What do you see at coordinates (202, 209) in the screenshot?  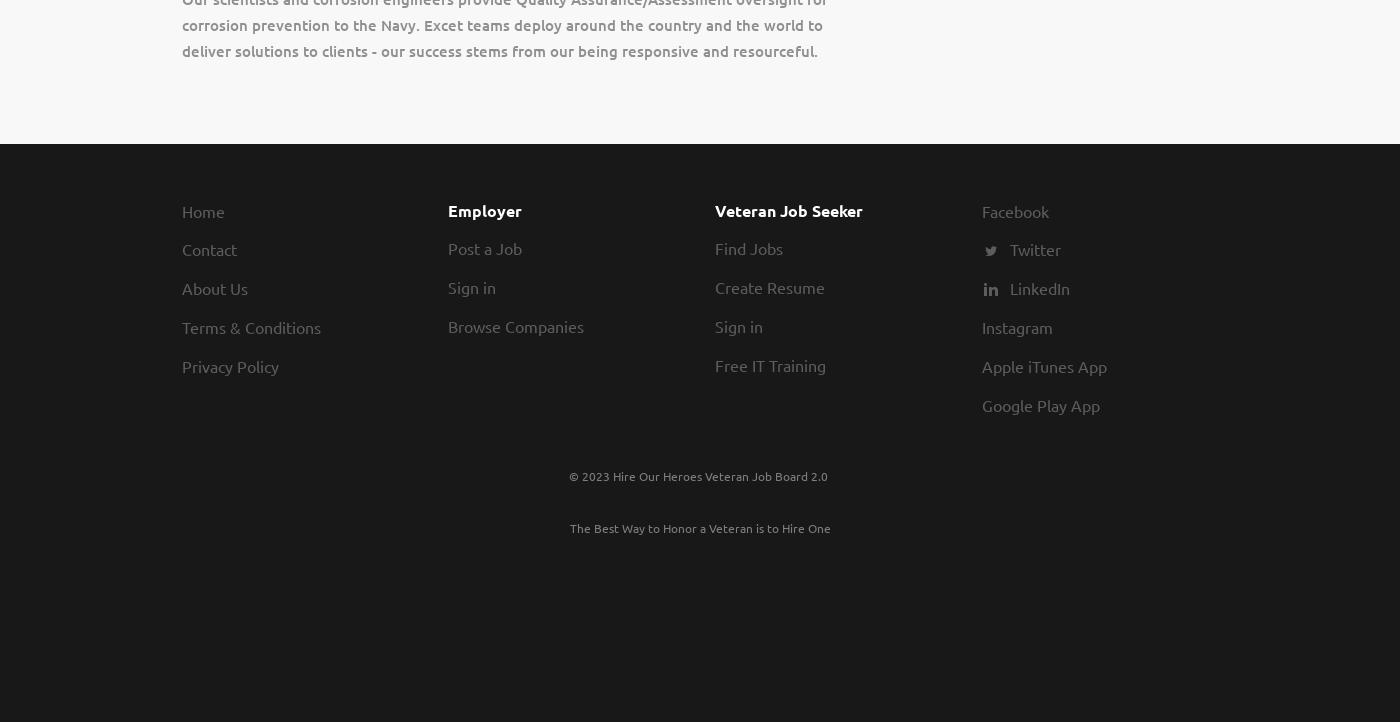 I see `'Home'` at bounding box center [202, 209].